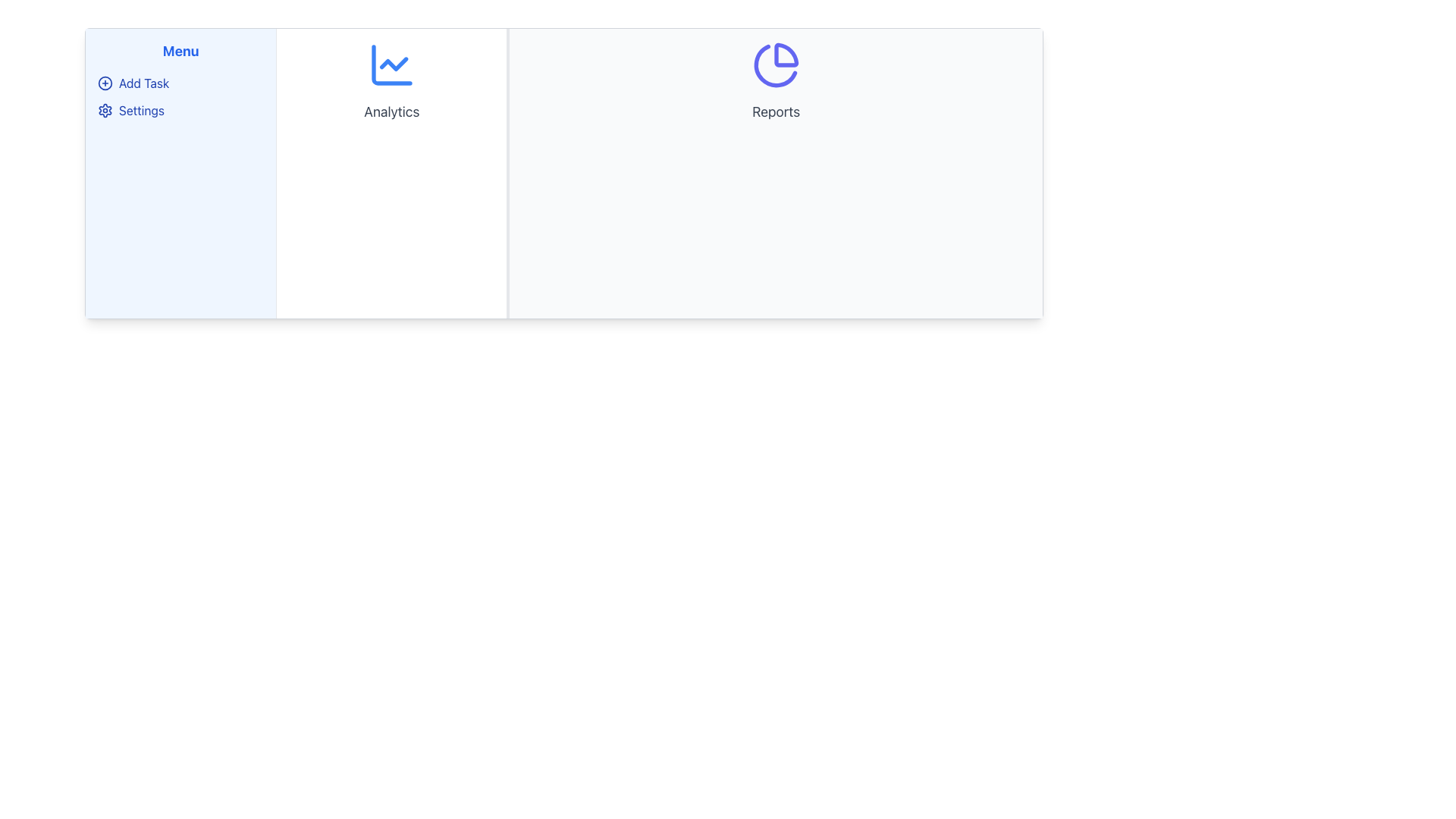  I want to click on the Divider element that visually separates the 'Analytics' section from the 'Reports' section, indicating its capability to resize sections, so click(508, 172).